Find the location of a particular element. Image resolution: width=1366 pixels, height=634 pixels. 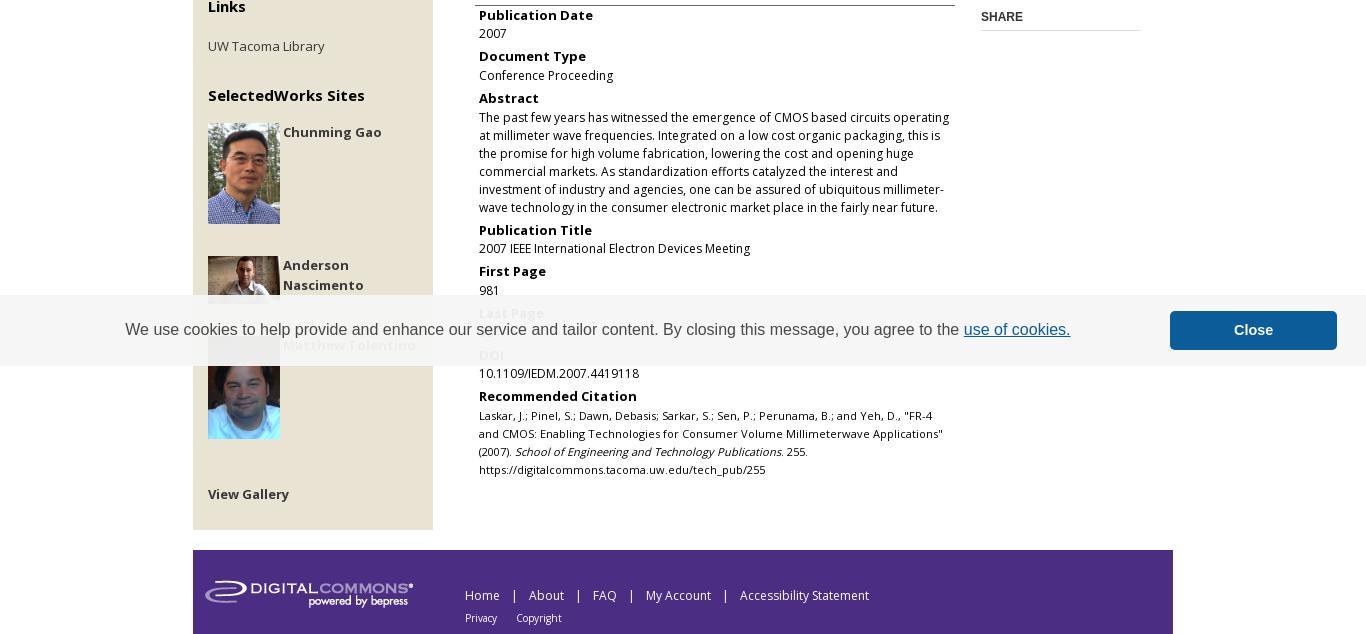

'Copyright' is located at coordinates (515, 617).